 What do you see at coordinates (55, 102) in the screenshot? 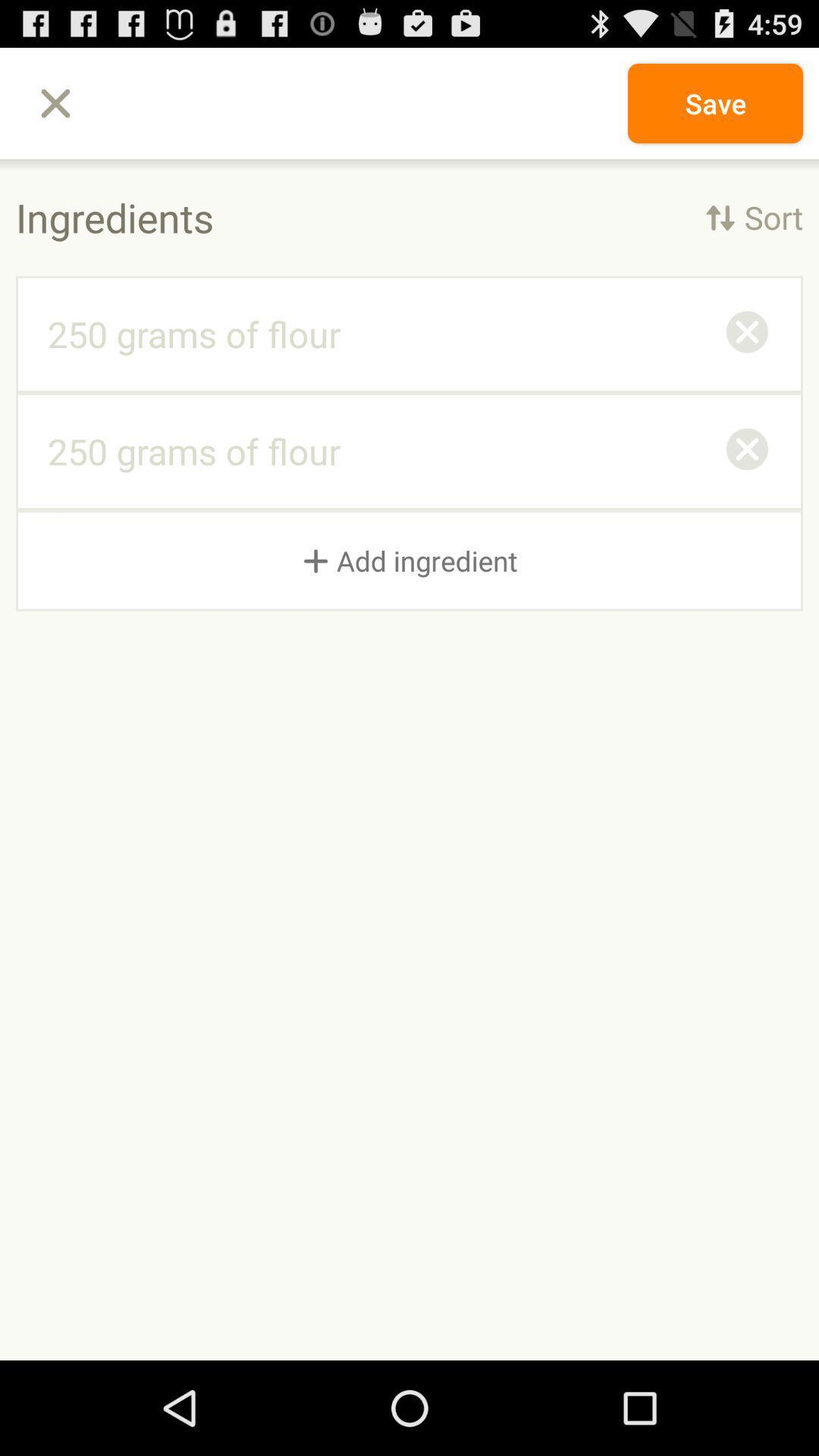
I see `the item next to the save item` at bounding box center [55, 102].